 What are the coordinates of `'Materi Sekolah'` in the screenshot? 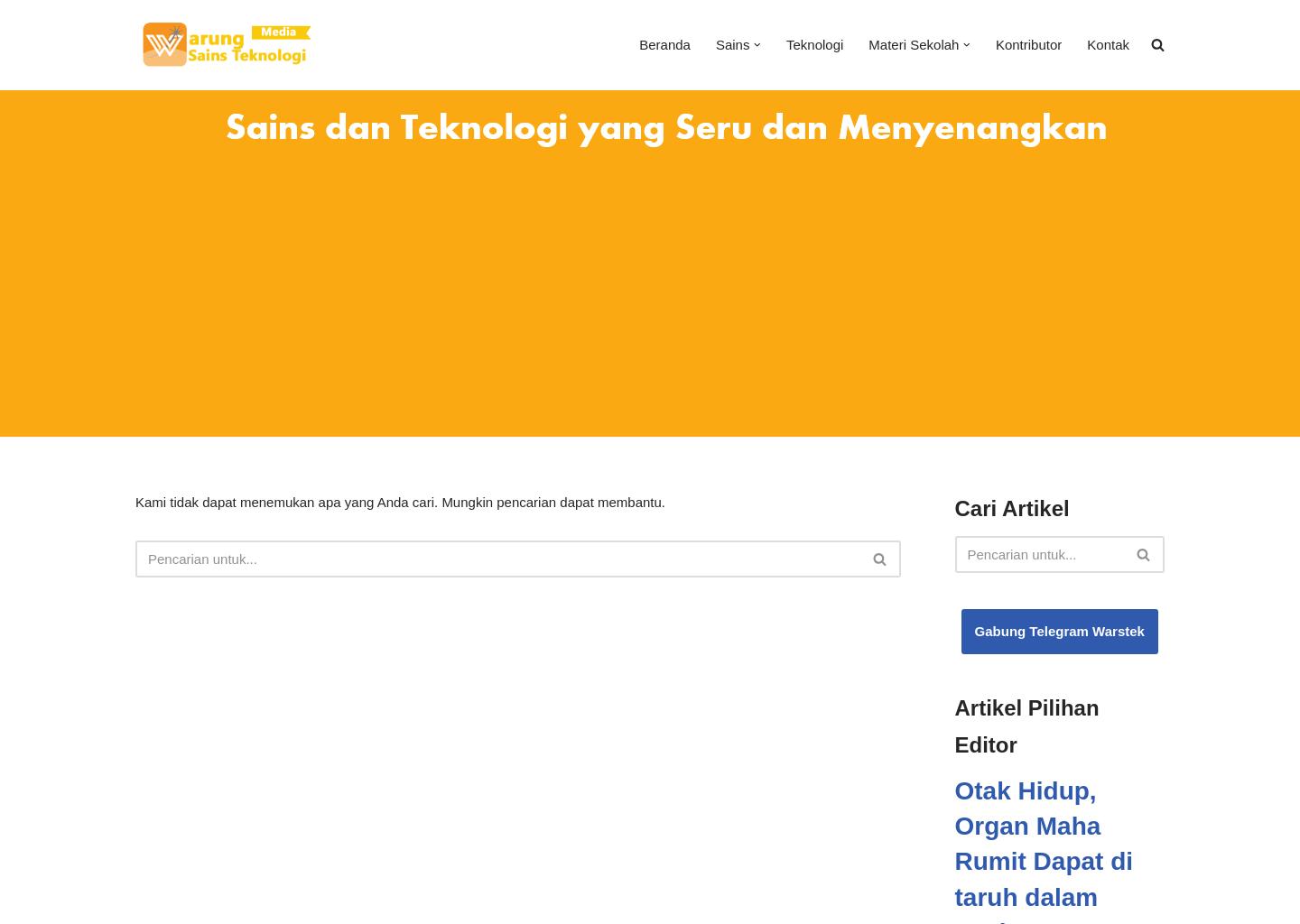 It's located at (913, 43).